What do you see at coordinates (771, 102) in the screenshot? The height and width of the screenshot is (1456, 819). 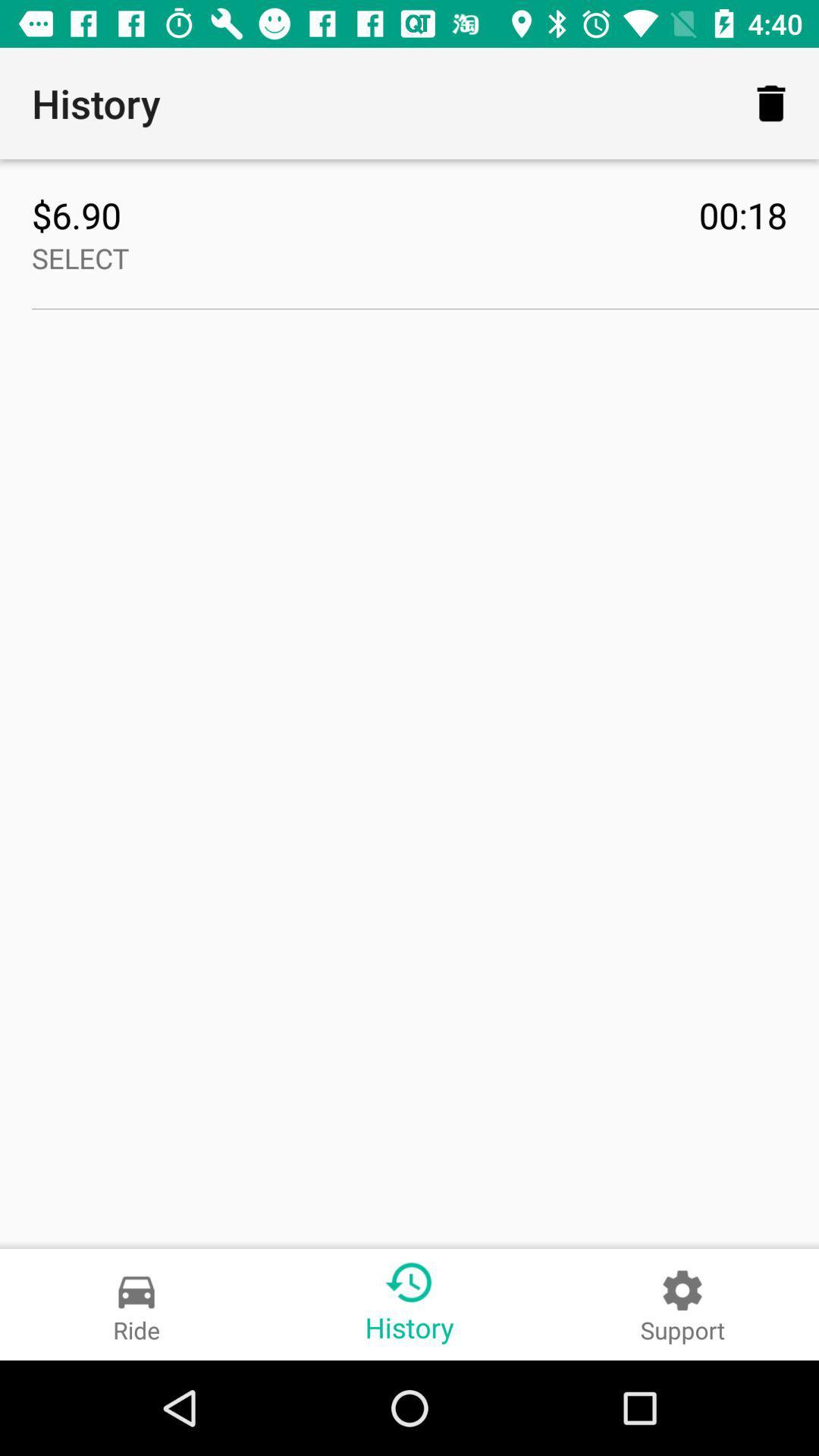 I see `the icon next to the history item` at bounding box center [771, 102].